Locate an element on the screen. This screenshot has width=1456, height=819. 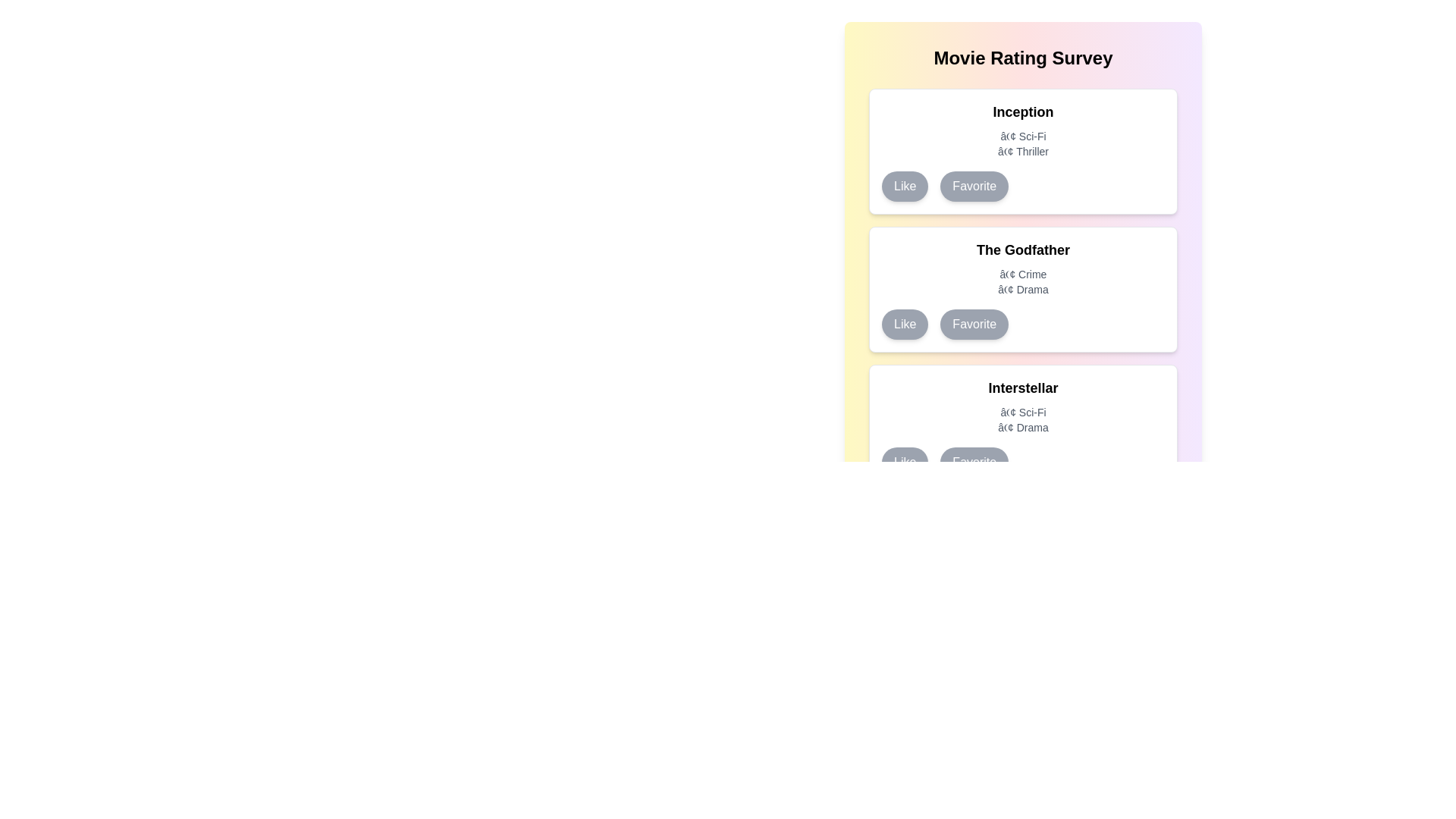
the text label that reads '• Sci-Fi' and '• Thriller', which is positioned below the title 'Inception' within a card layout is located at coordinates (1023, 143).